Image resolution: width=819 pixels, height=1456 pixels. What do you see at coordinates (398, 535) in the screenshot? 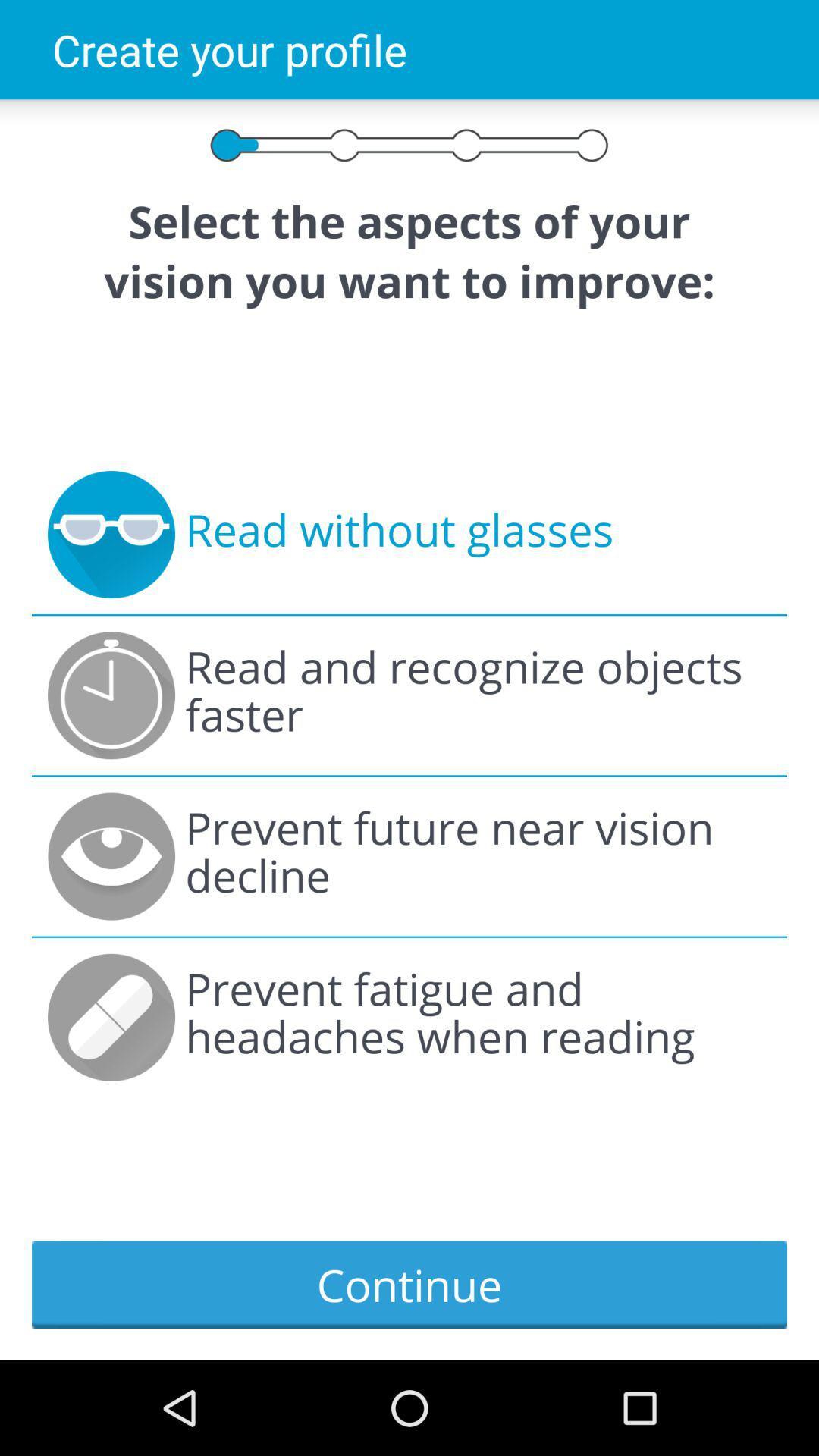
I see `item above read and recognize item` at bounding box center [398, 535].